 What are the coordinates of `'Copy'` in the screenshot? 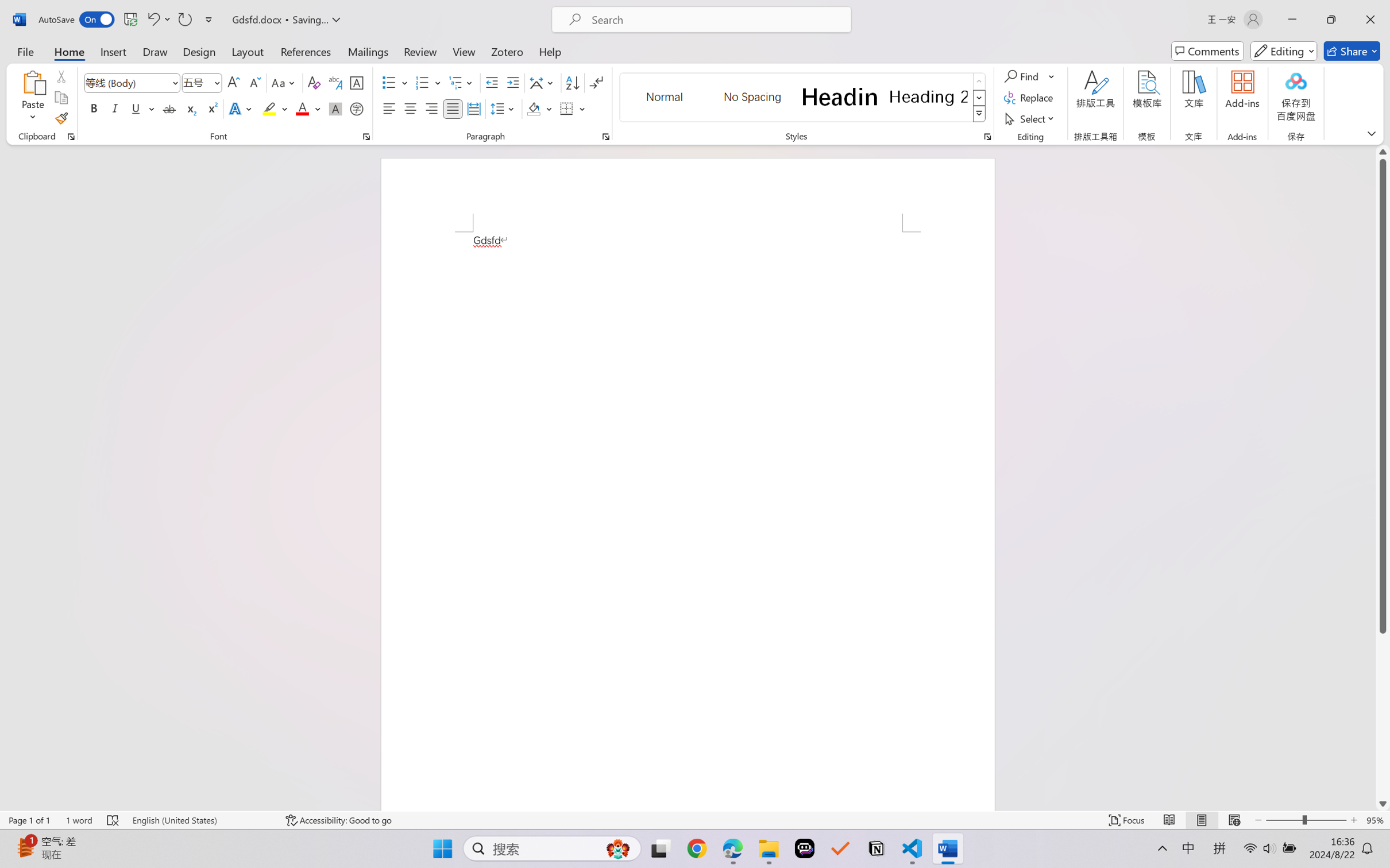 It's located at (60, 98).